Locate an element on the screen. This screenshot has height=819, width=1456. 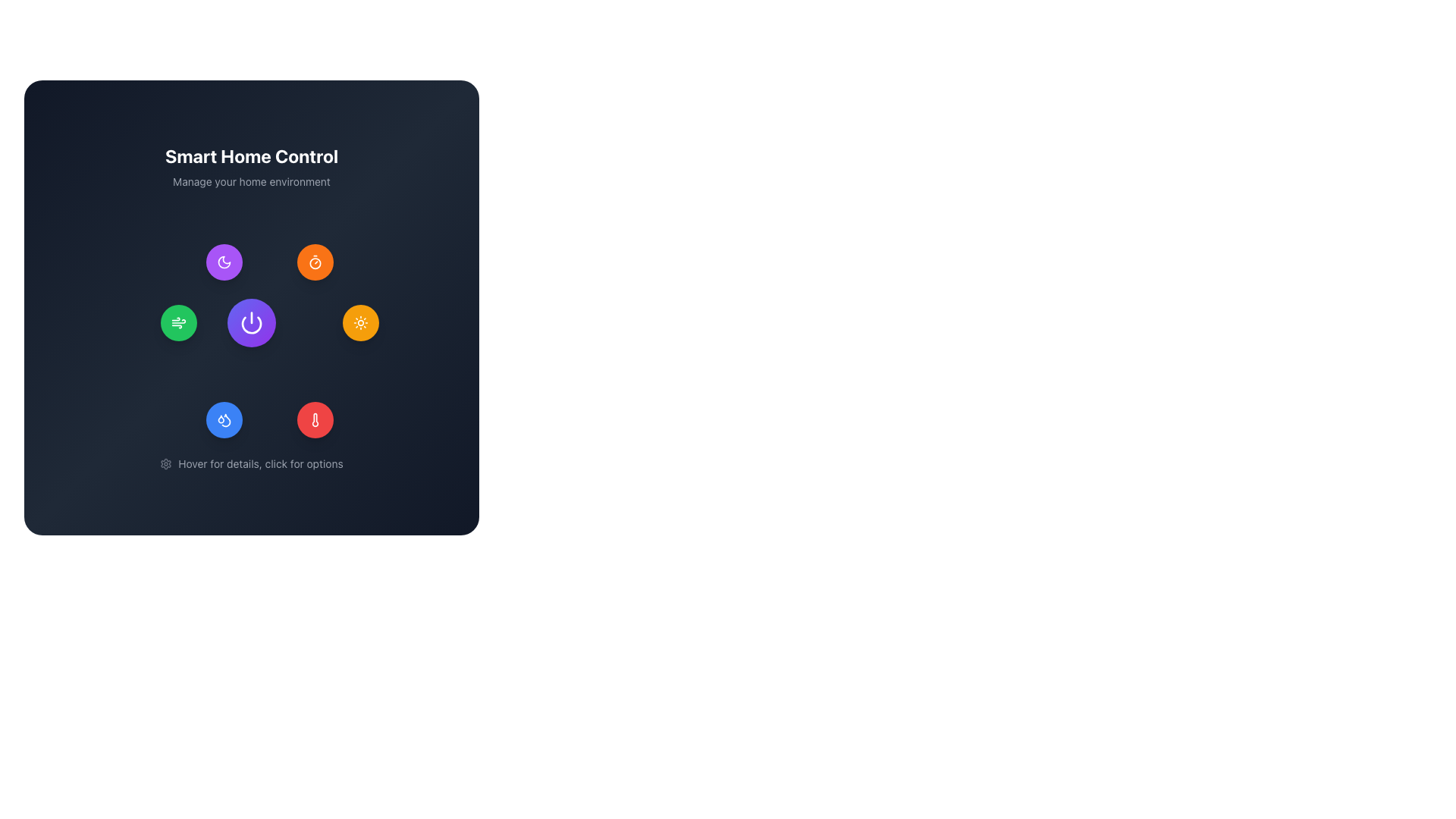
the central power control button located below the 'Smart Home Control' text is located at coordinates (251, 322).